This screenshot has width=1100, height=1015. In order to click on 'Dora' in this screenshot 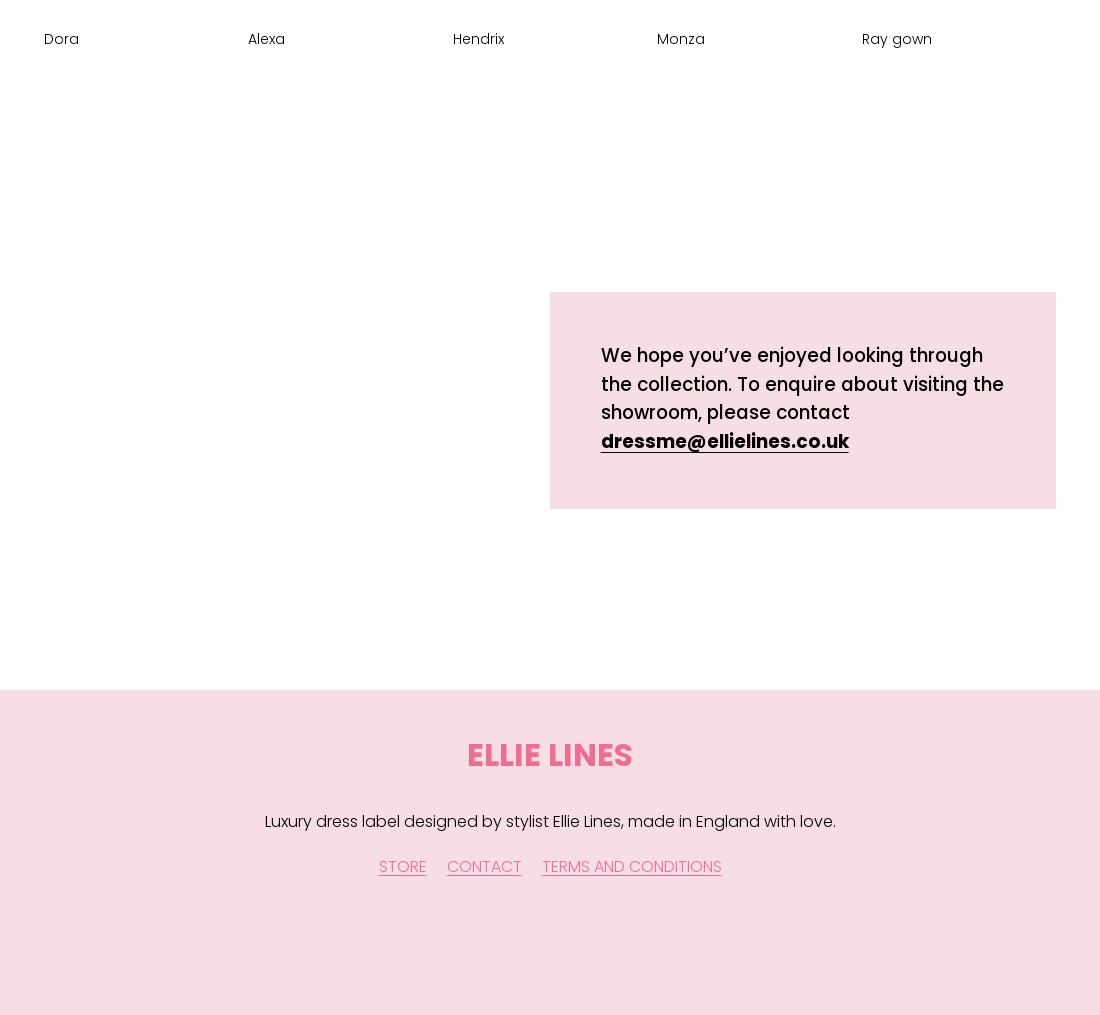, I will do `click(60, 36)`.